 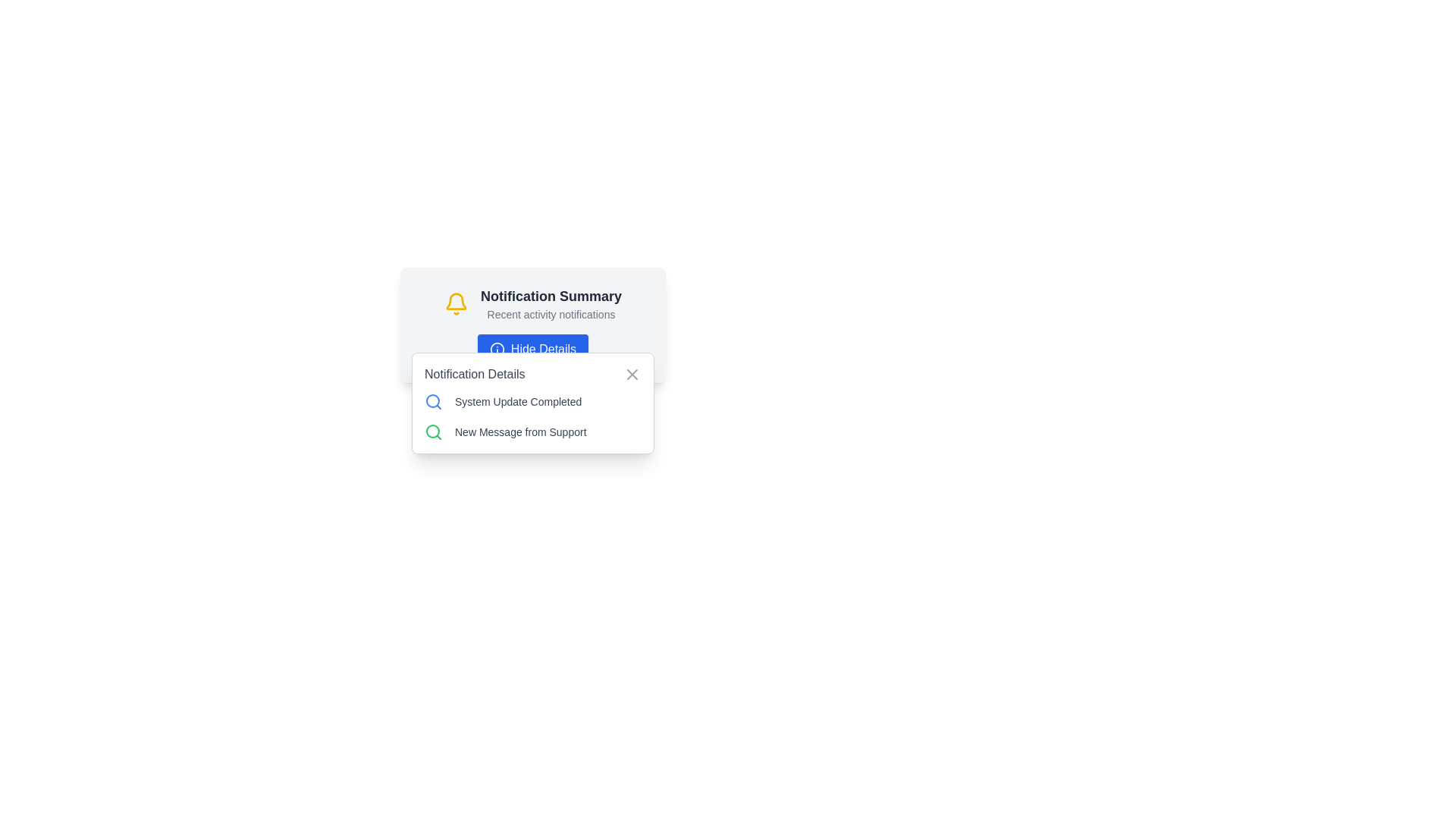 I want to click on the textual label displaying 'Notification Details' which is styled in gray and located next to an interactive icon, so click(x=474, y=374).